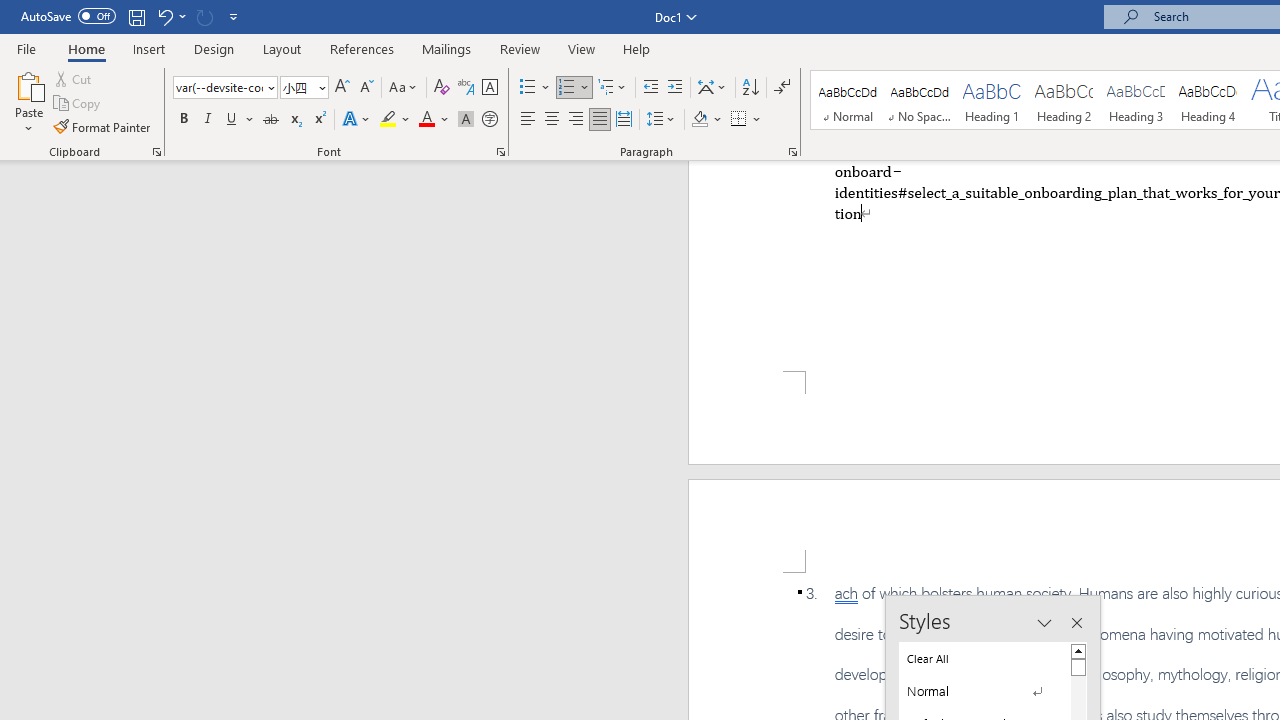 The image size is (1280, 720). What do you see at coordinates (240, 119) in the screenshot?
I see `'Underline'` at bounding box center [240, 119].